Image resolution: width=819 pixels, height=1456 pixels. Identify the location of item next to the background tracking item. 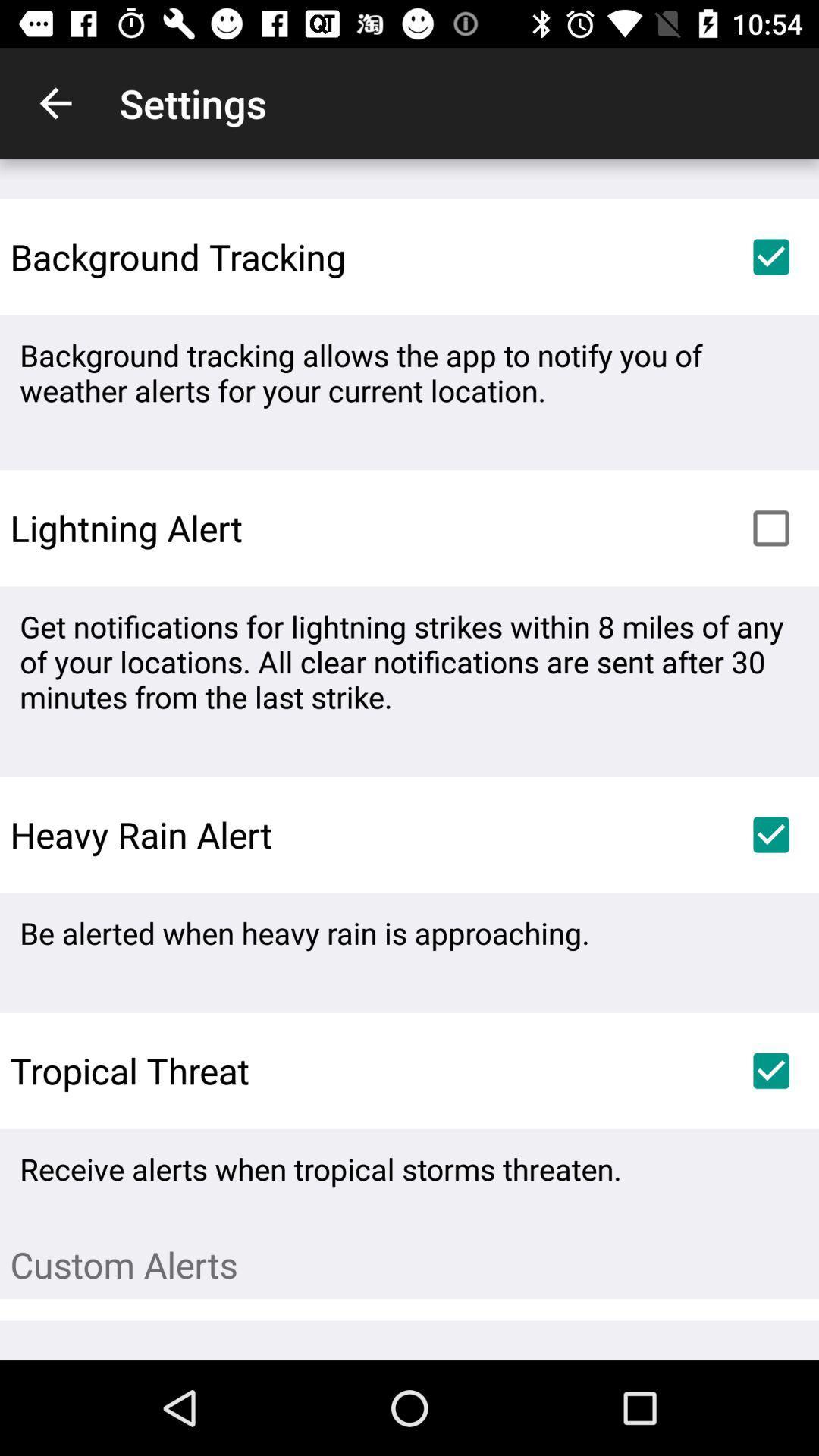
(771, 257).